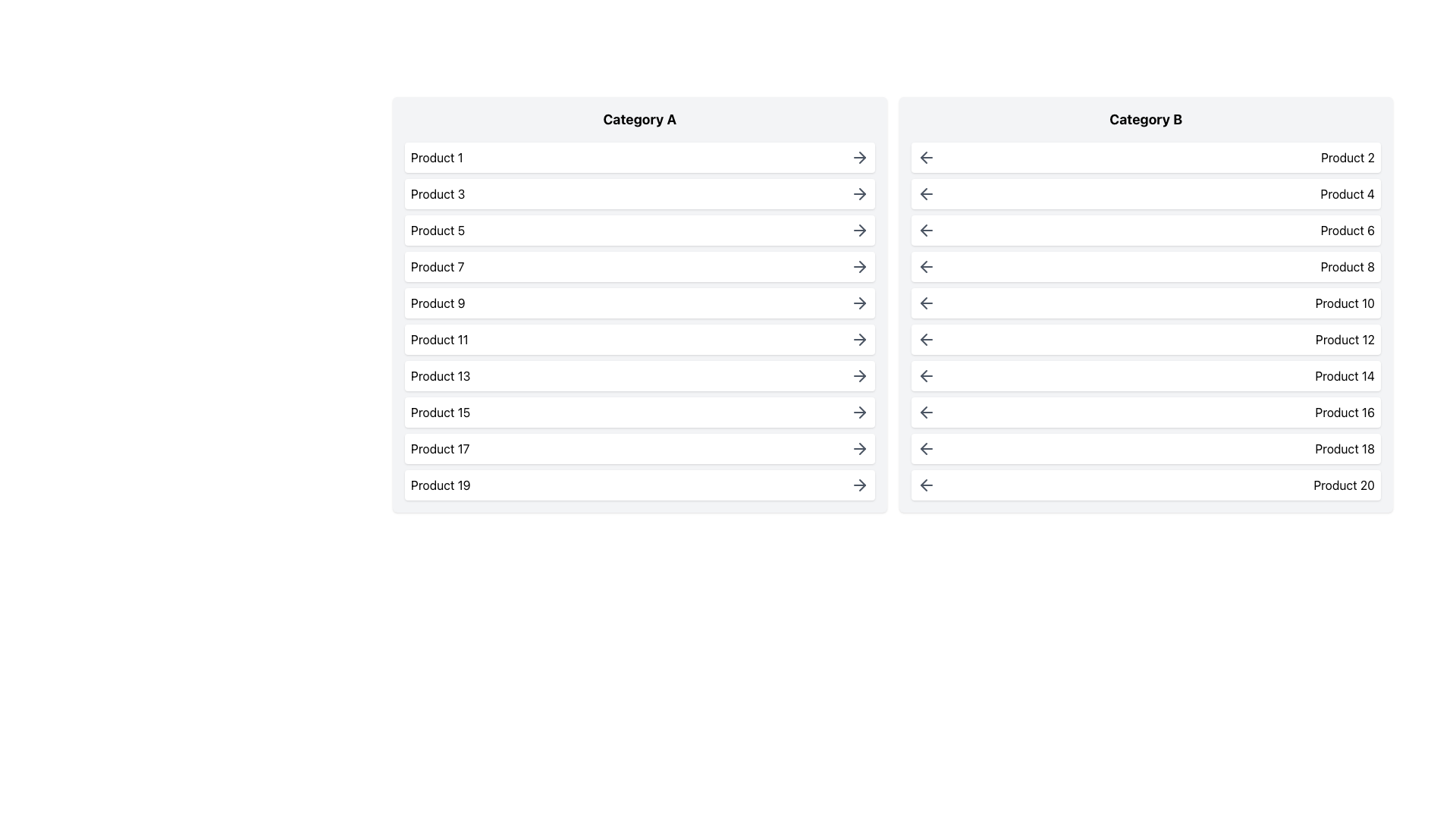 Image resolution: width=1456 pixels, height=819 pixels. I want to click on the navigation arrow icon for 'Product 17' located in the 'Category A' section, so click(859, 447).